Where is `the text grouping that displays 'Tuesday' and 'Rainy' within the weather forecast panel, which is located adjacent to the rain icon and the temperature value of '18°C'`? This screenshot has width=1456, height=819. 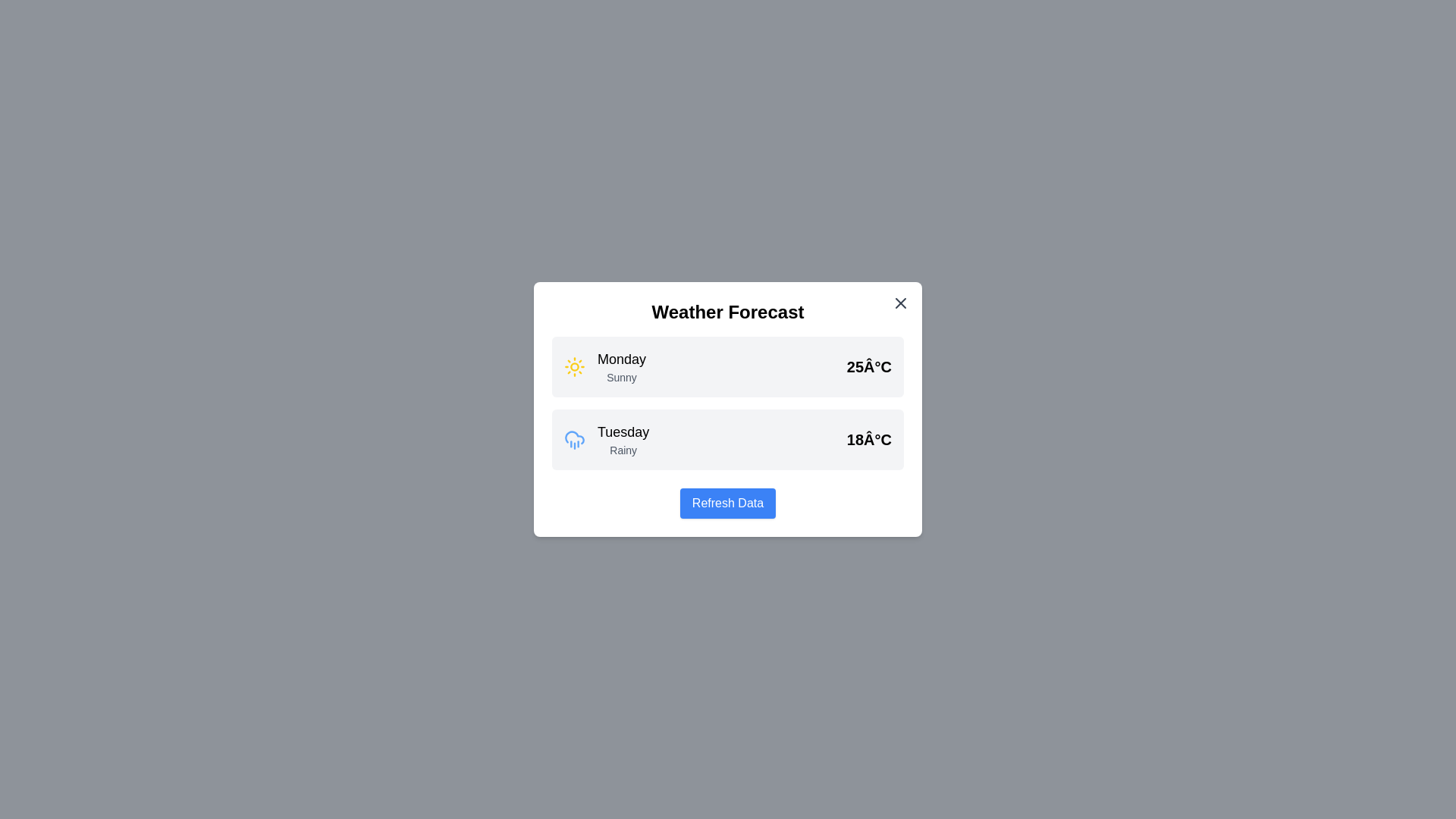
the text grouping that displays 'Tuesday' and 'Rainy' within the weather forecast panel, which is located adjacent to the rain icon and the temperature value of '18°C' is located at coordinates (623, 439).